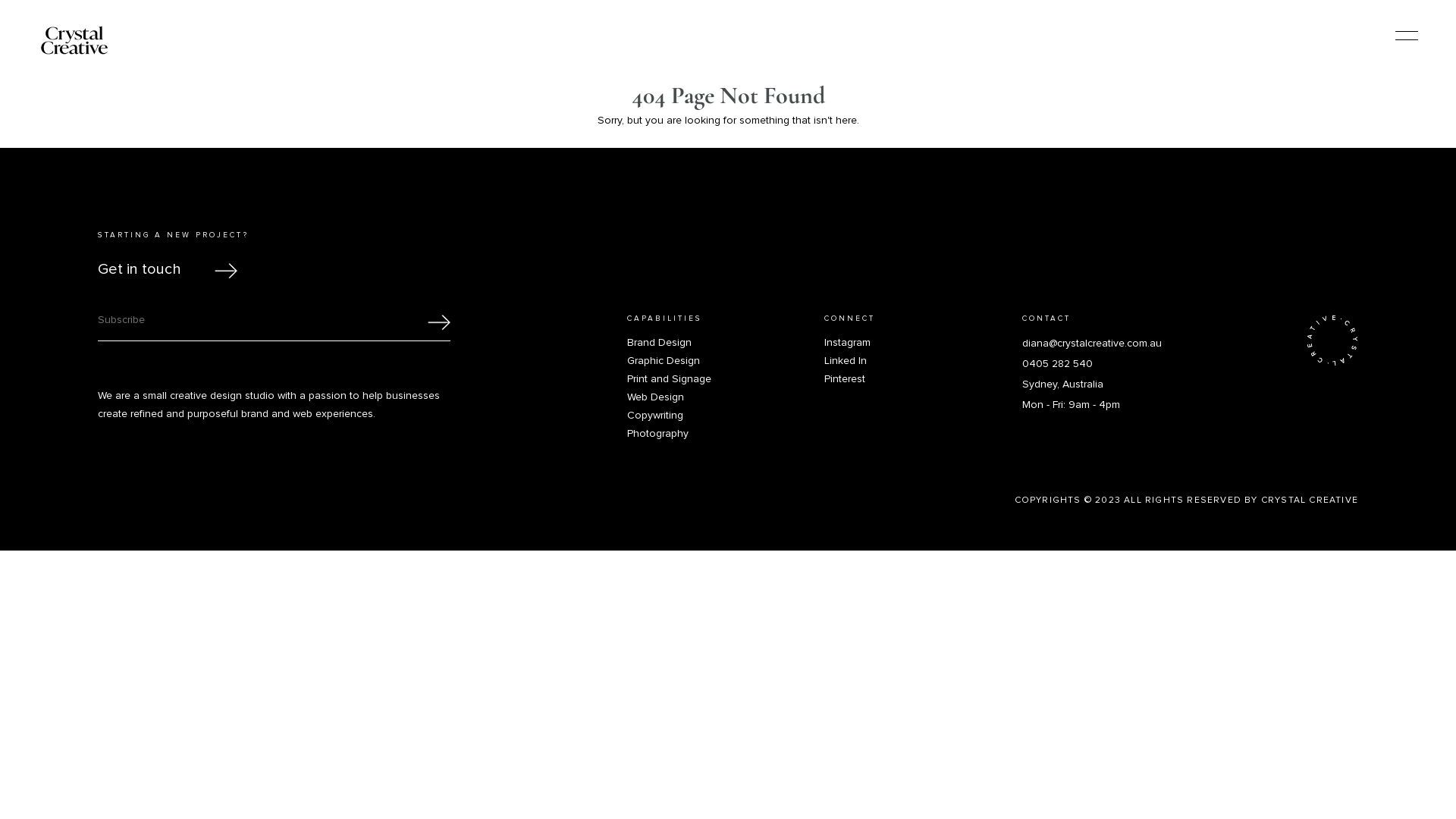 This screenshot has width=1456, height=819. Describe the element at coordinates (1056, 363) in the screenshot. I see `'0405 282 540'` at that location.